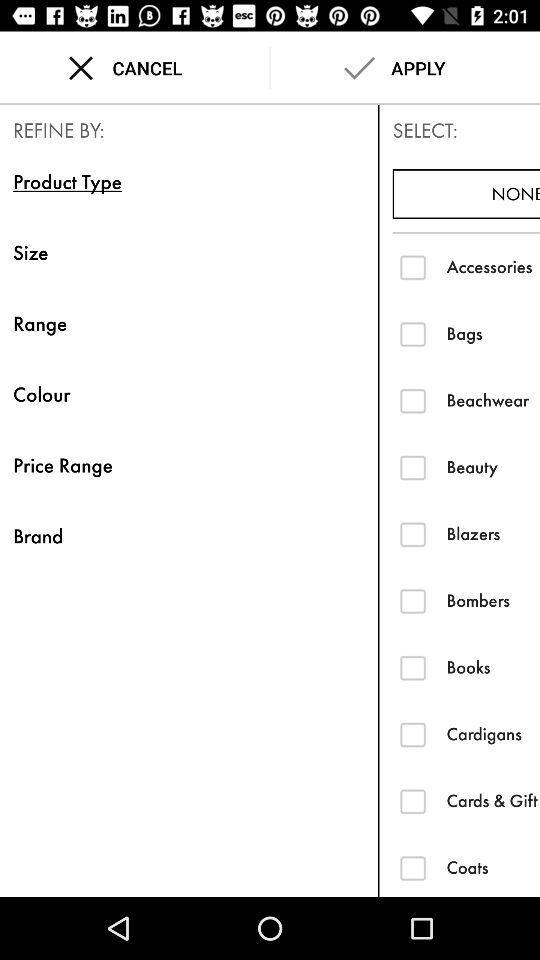  Describe the element at coordinates (412, 801) in the screenshot. I see `pay with gift card` at that location.